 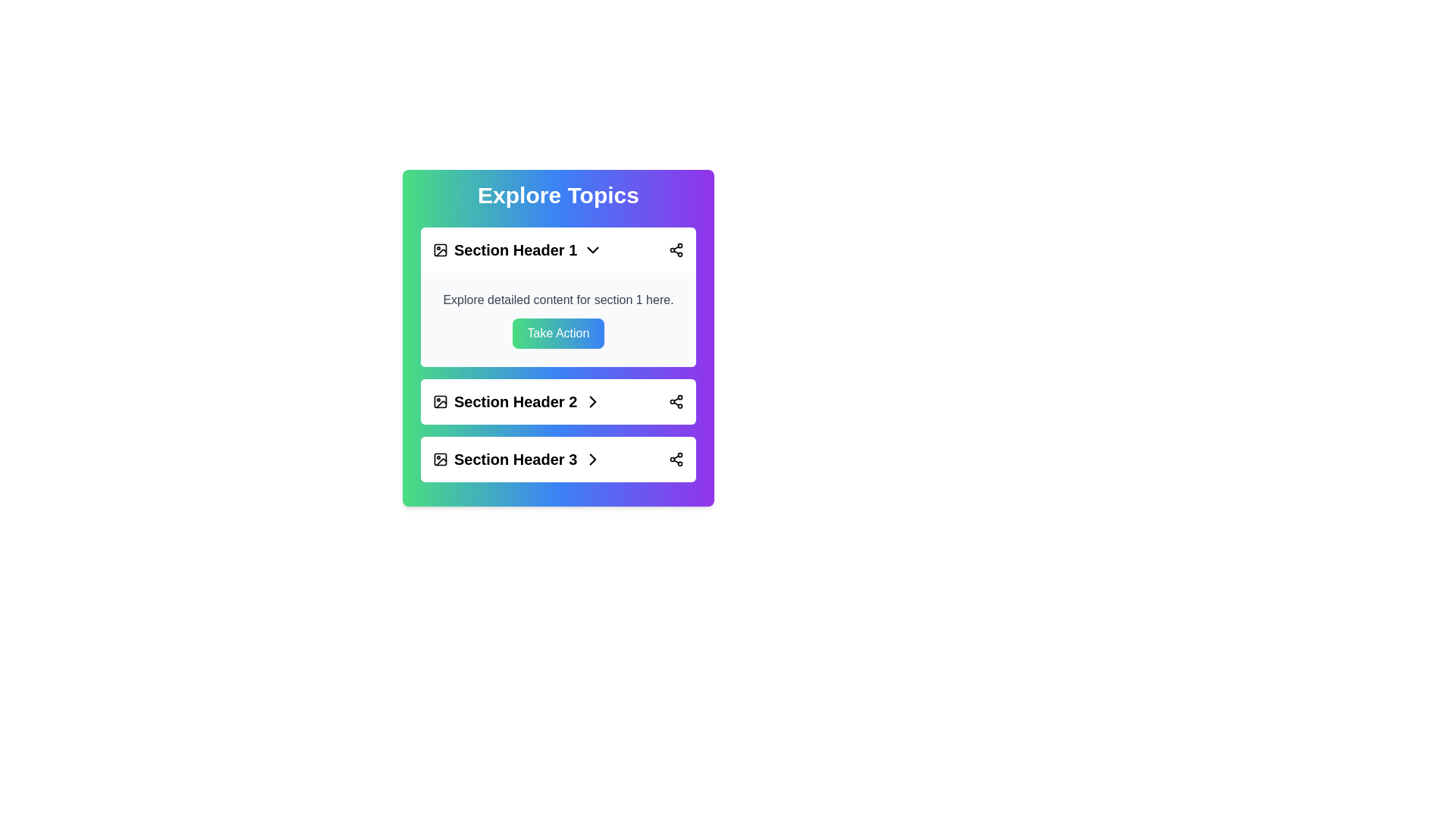 What do you see at coordinates (557, 332) in the screenshot?
I see `the button located below the text 'Explore detailed content for section 1 here.' in the card for 'Section Header 1' to initiate the action` at bounding box center [557, 332].